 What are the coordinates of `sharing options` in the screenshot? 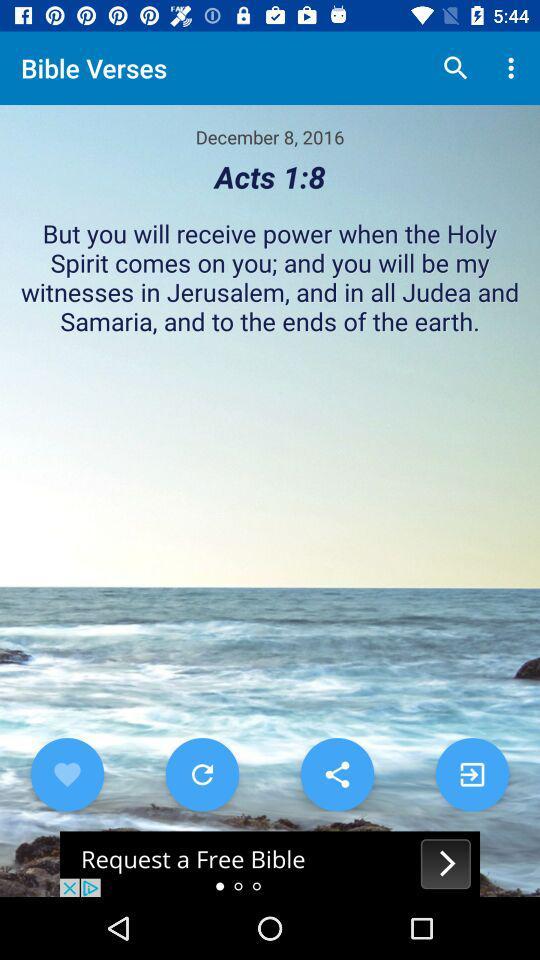 It's located at (337, 773).